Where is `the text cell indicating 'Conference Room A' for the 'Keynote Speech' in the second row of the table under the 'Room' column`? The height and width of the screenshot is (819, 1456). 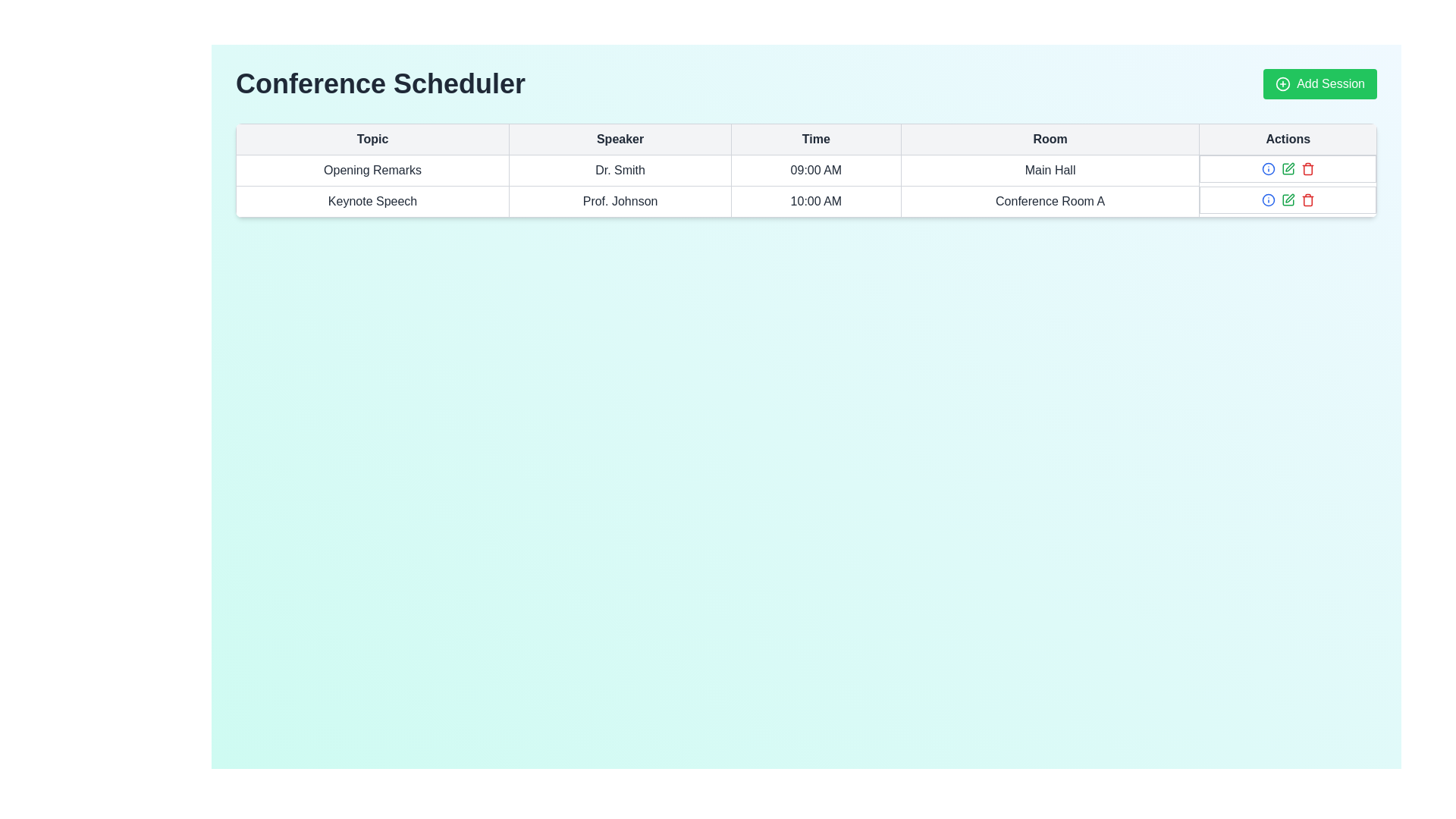
the text cell indicating 'Conference Room A' for the 'Keynote Speech' in the second row of the table under the 'Room' column is located at coordinates (1050, 201).